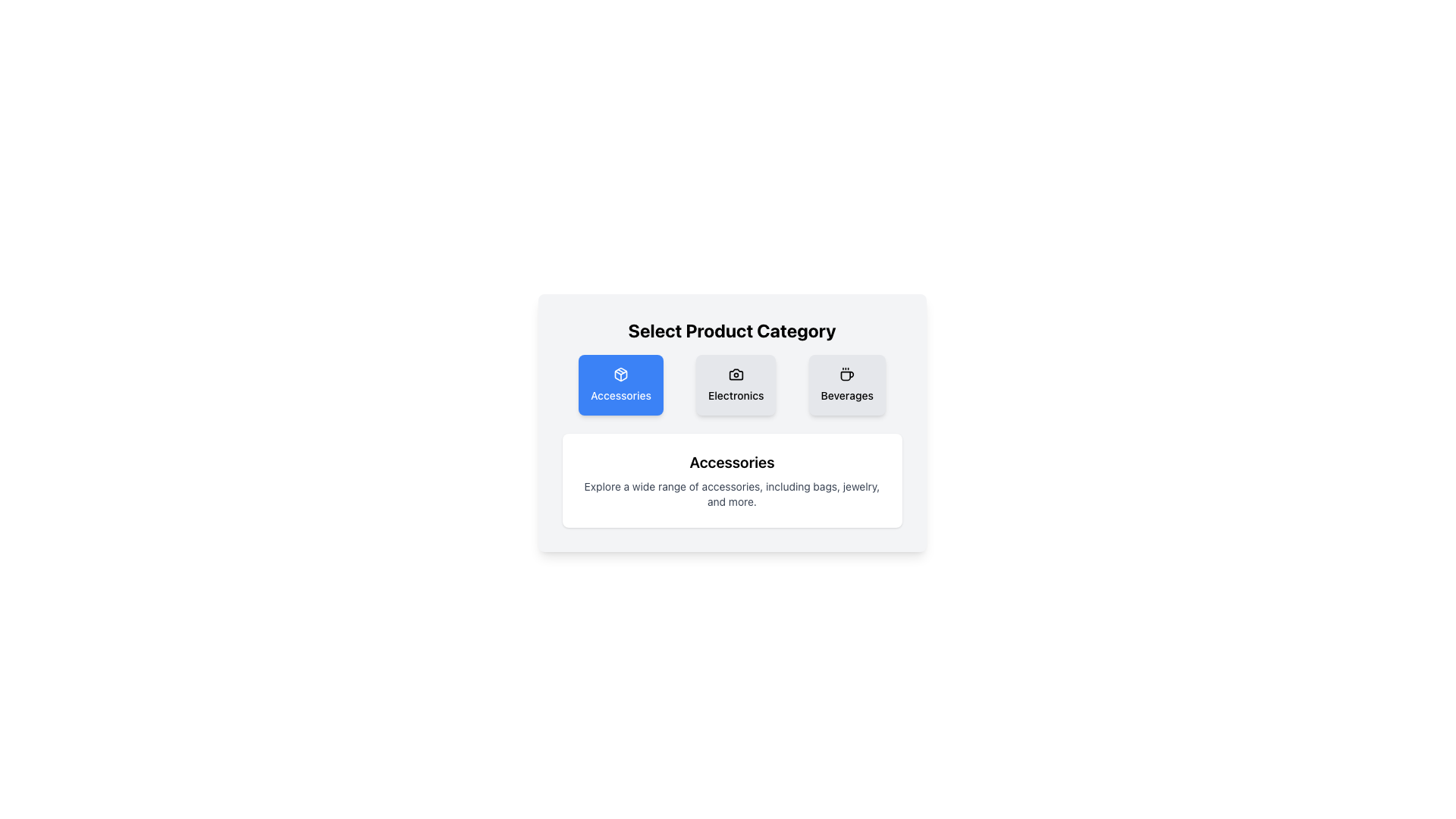  What do you see at coordinates (736, 374) in the screenshot?
I see `the small monochromatic camera icon located at the top center of the 'Electronics' tab, positioned above the 'Electronics' text label` at bounding box center [736, 374].